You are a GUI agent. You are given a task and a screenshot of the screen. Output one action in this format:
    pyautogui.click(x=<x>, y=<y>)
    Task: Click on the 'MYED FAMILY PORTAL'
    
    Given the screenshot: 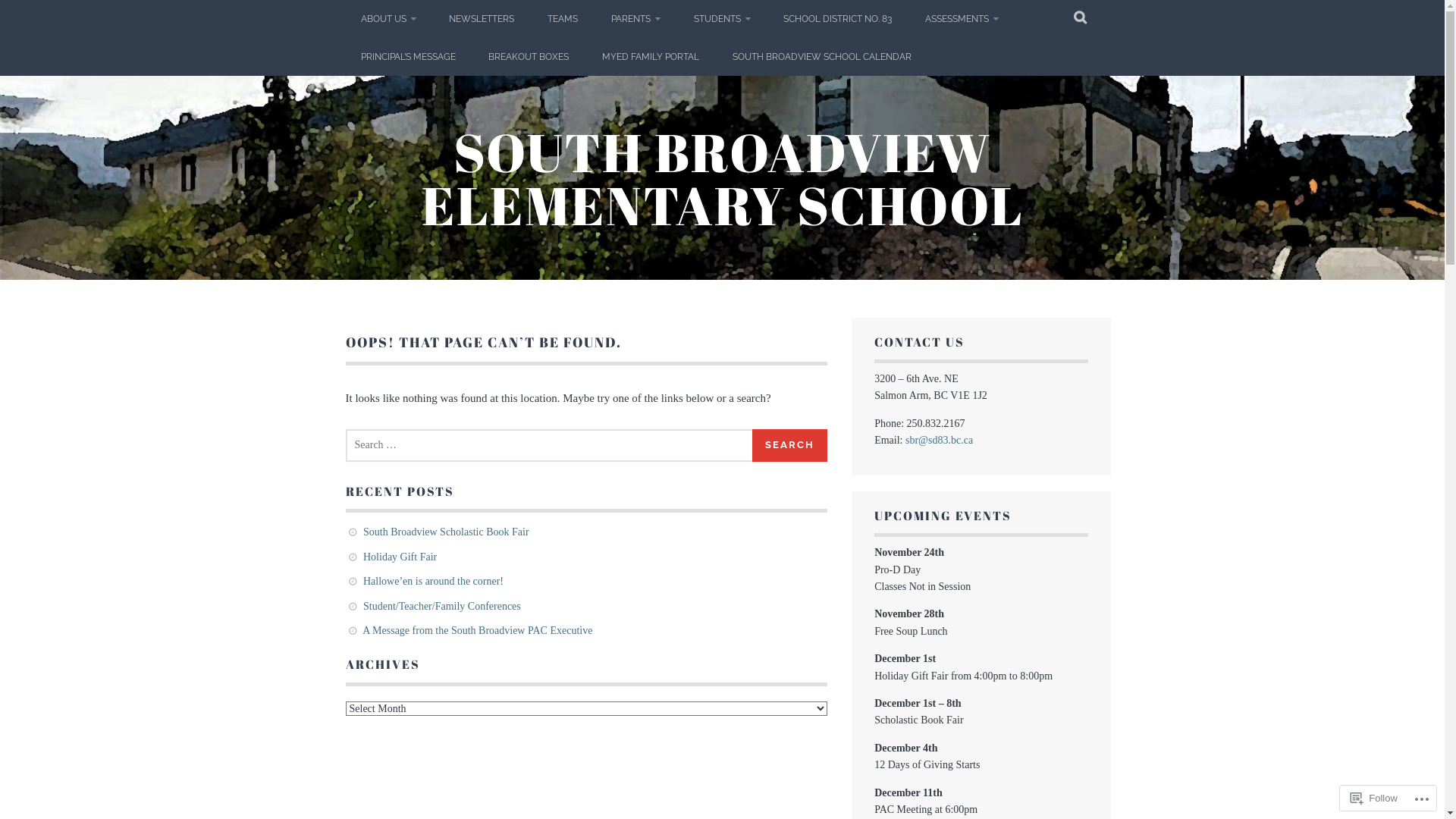 What is the action you would take?
    pyautogui.click(x=651, y=55)
    